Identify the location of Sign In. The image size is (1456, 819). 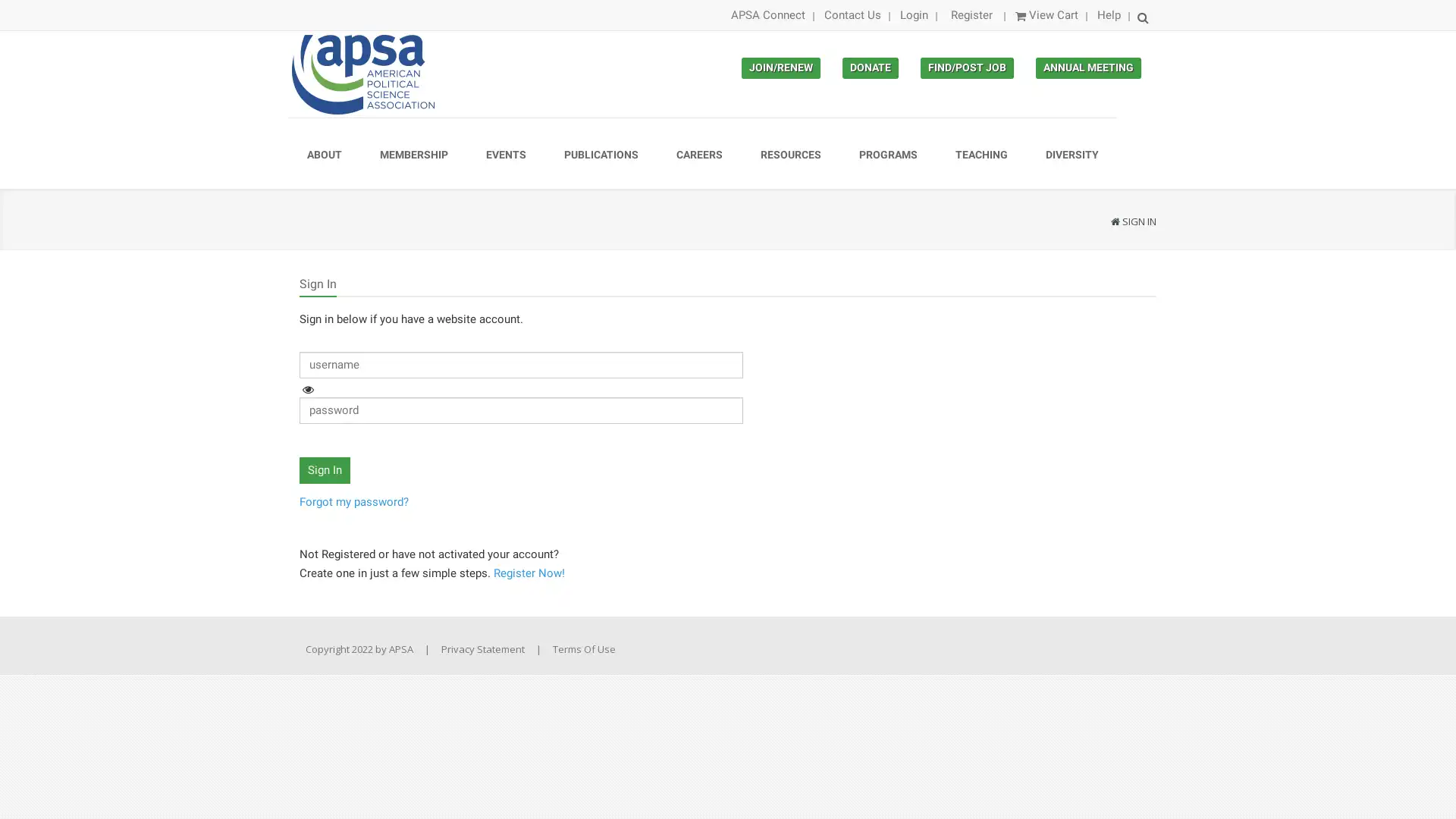
(324, 469).